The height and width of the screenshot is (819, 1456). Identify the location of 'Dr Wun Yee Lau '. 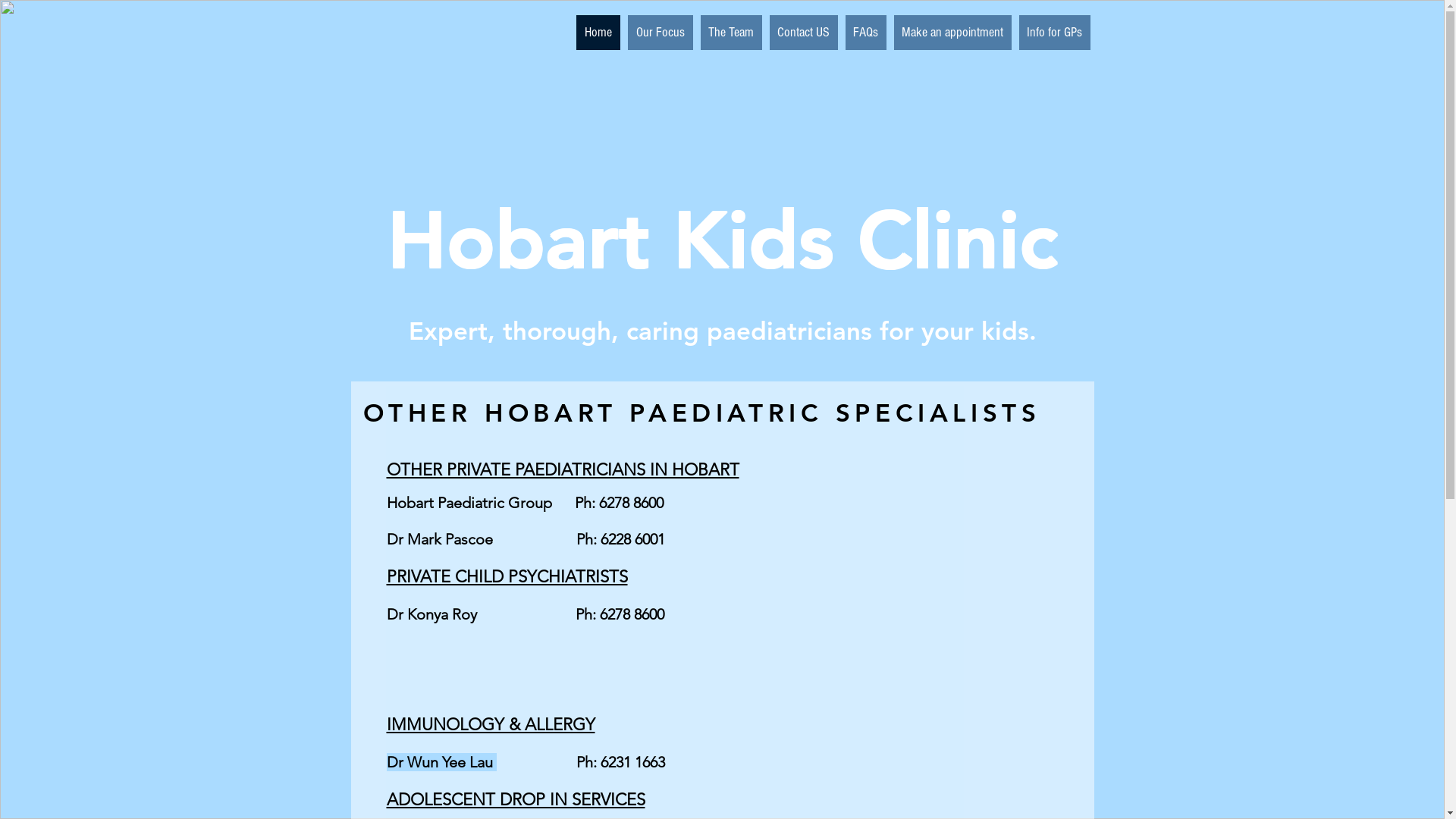
(441, 762).